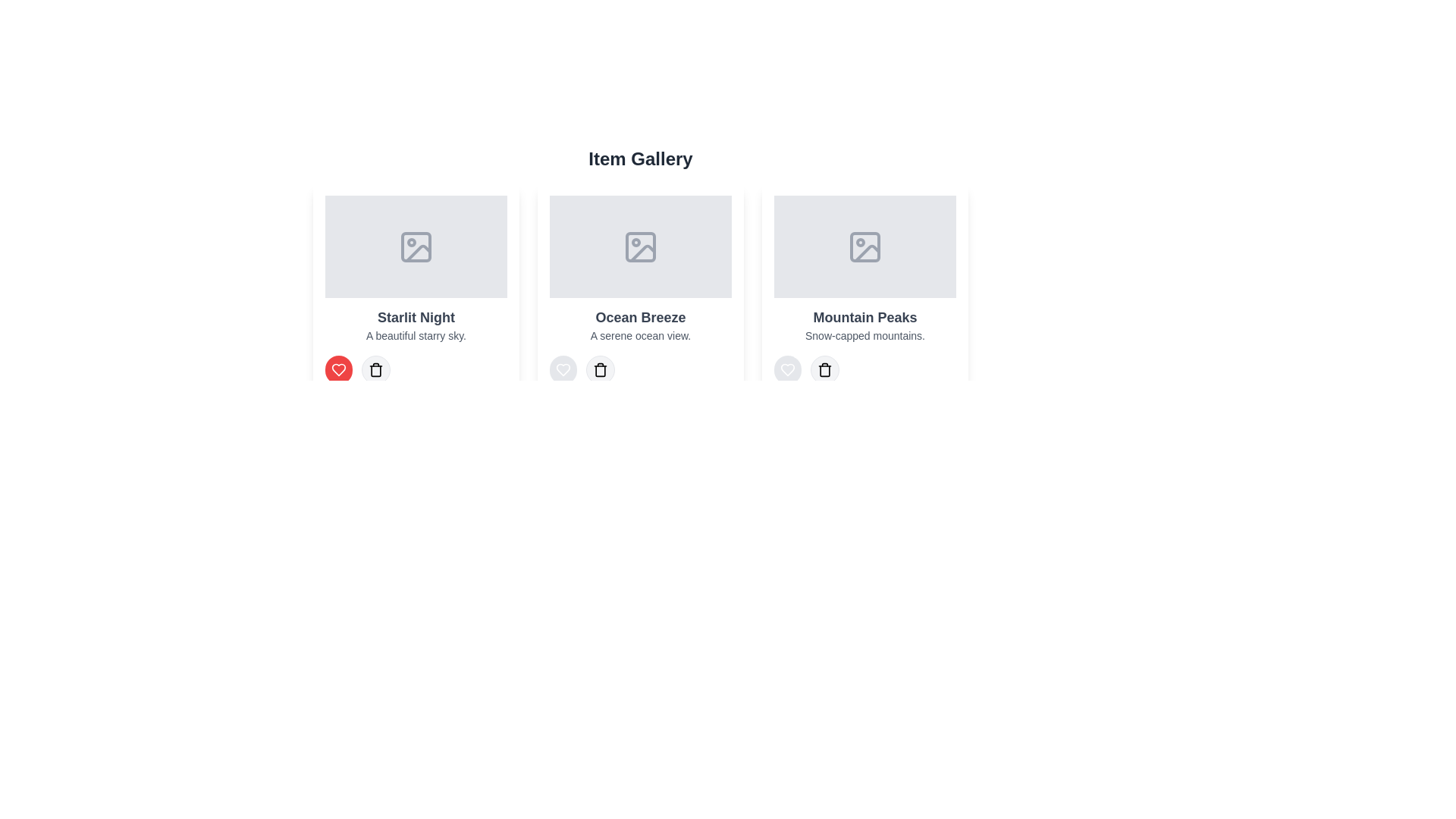  I want to click on the item with title Mountain Peaks to view its description, so click(865, 290).